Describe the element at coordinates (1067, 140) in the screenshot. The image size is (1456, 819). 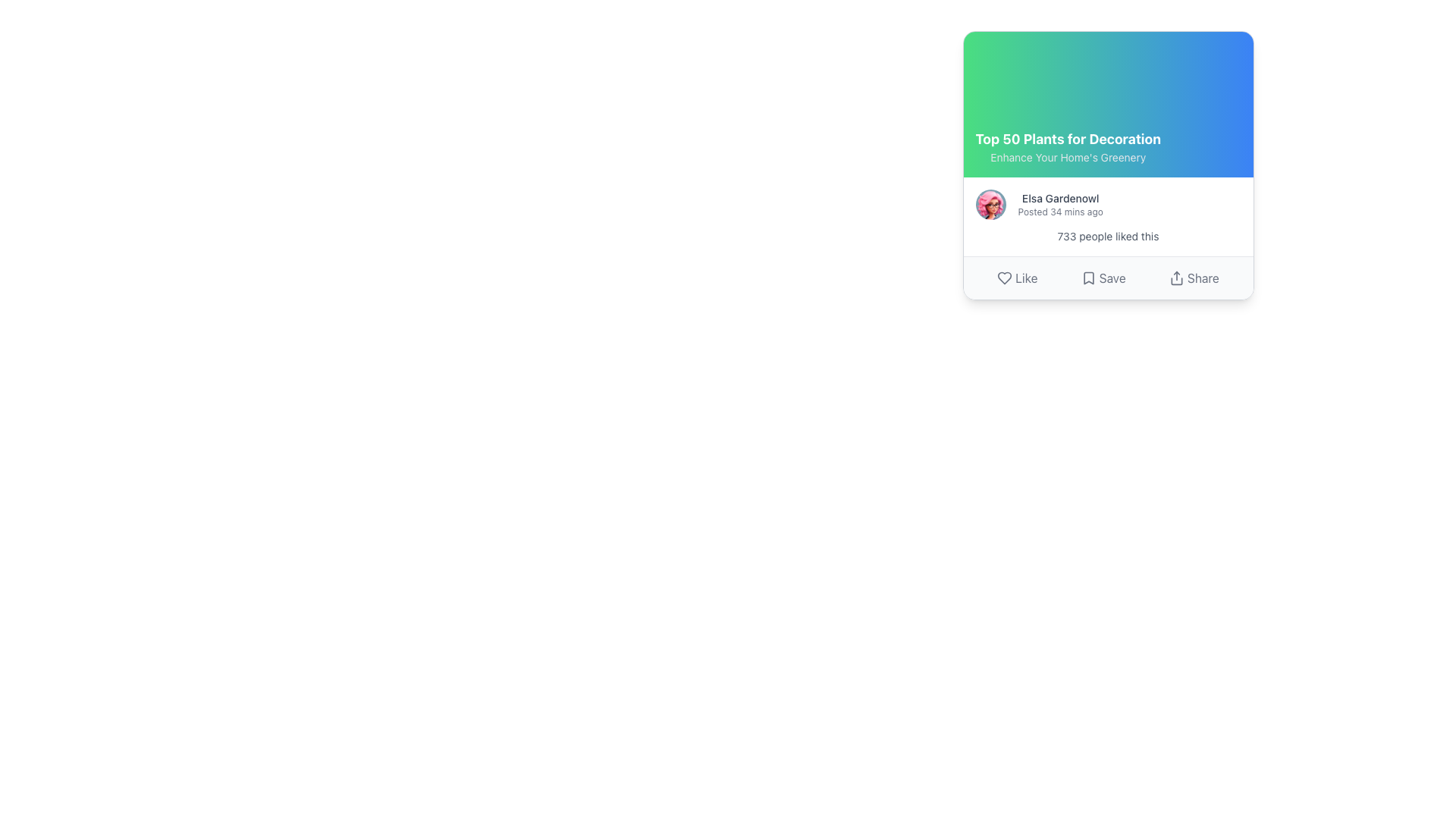
I see `title text located at the upper portion of the card layout, which serves as the heading for the content` at that location.